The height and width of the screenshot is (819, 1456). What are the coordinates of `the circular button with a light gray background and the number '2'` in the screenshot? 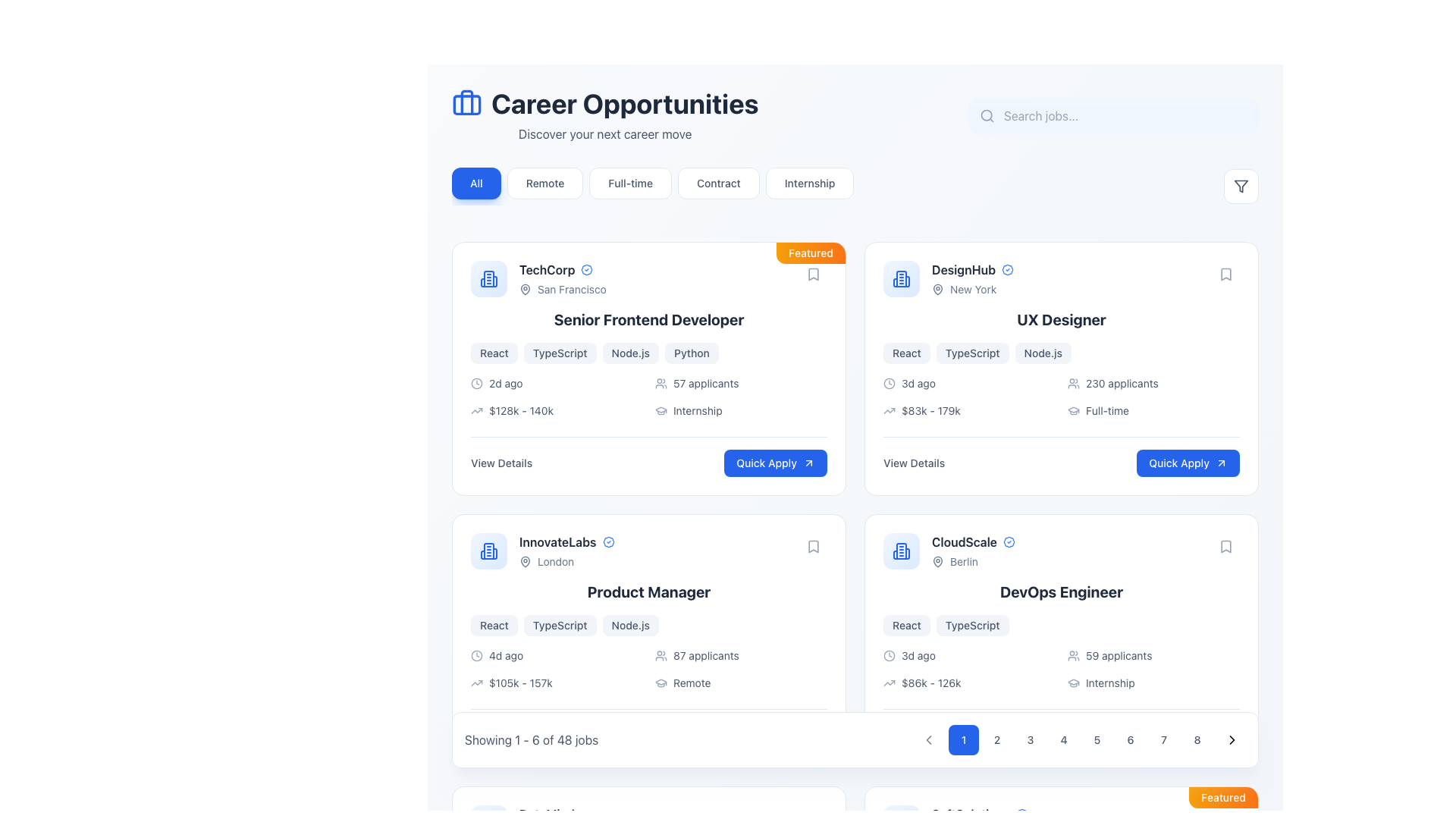 It's located at (997, 739).